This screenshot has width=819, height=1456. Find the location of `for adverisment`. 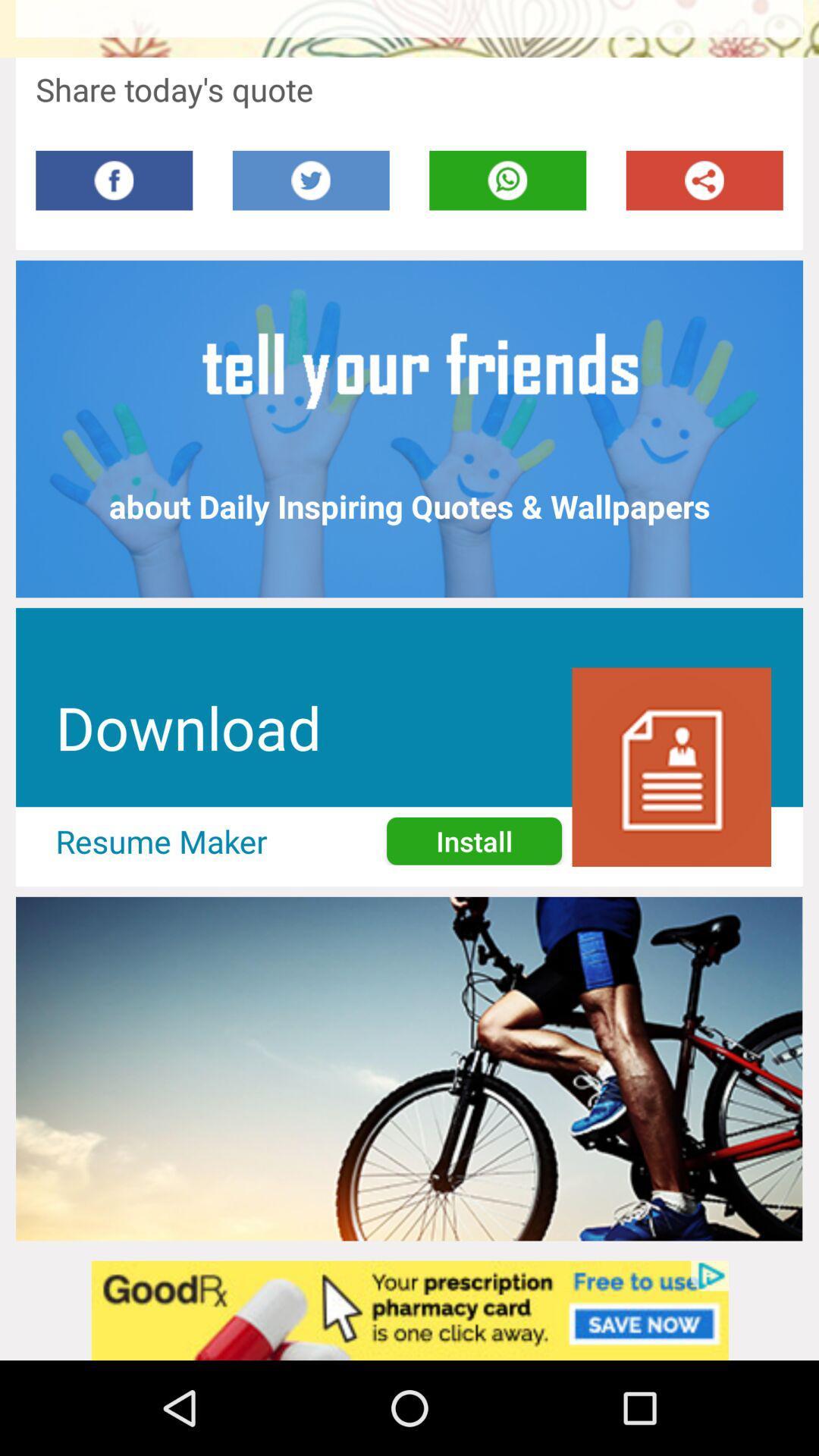

for adverisment is located at coordinates (409, 1310).